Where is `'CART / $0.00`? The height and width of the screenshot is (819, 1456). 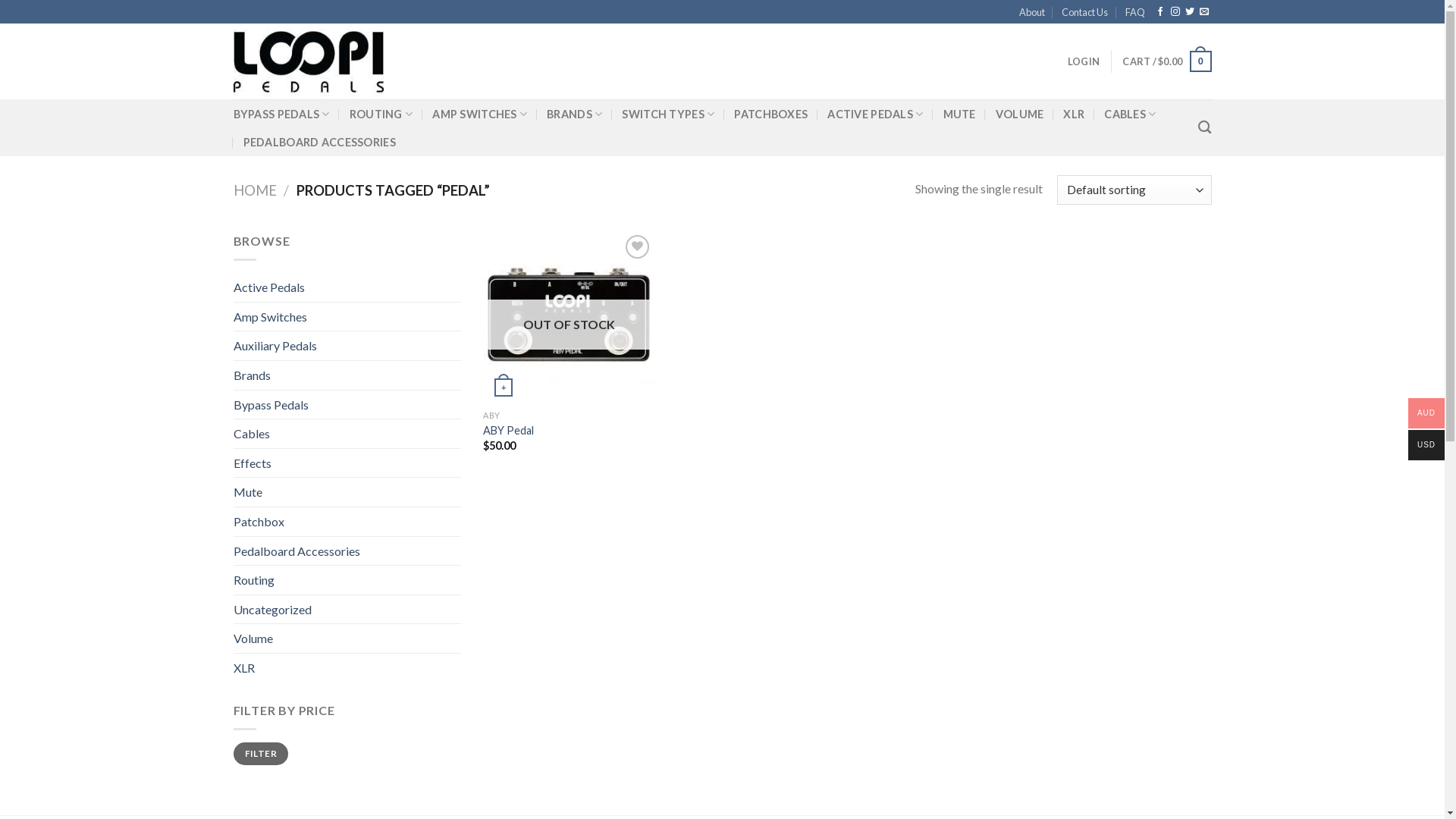 'CART / $0.00 is located at coordinates (1166, 61).